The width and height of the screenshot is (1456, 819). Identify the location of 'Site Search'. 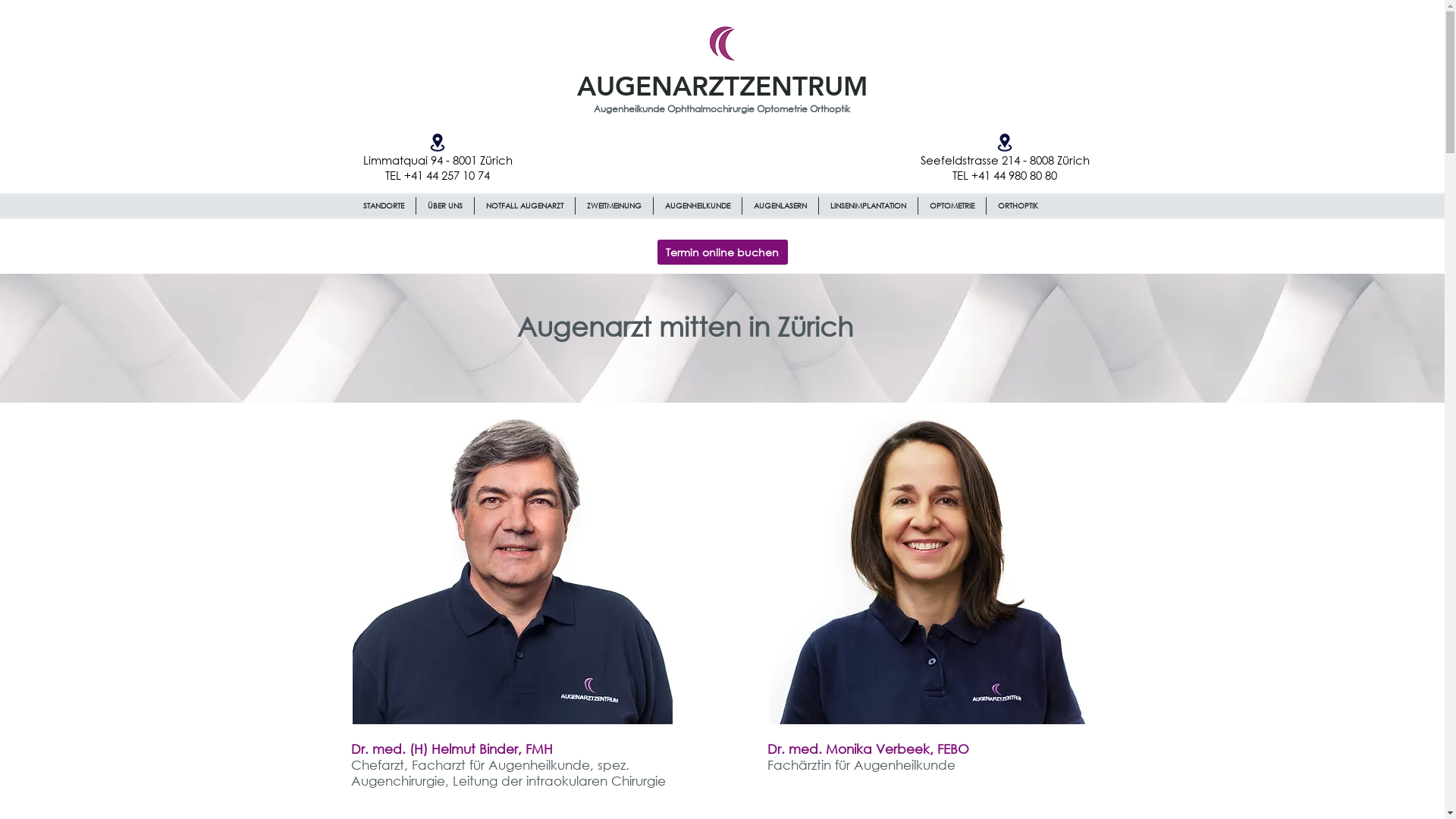
(1004, 239).